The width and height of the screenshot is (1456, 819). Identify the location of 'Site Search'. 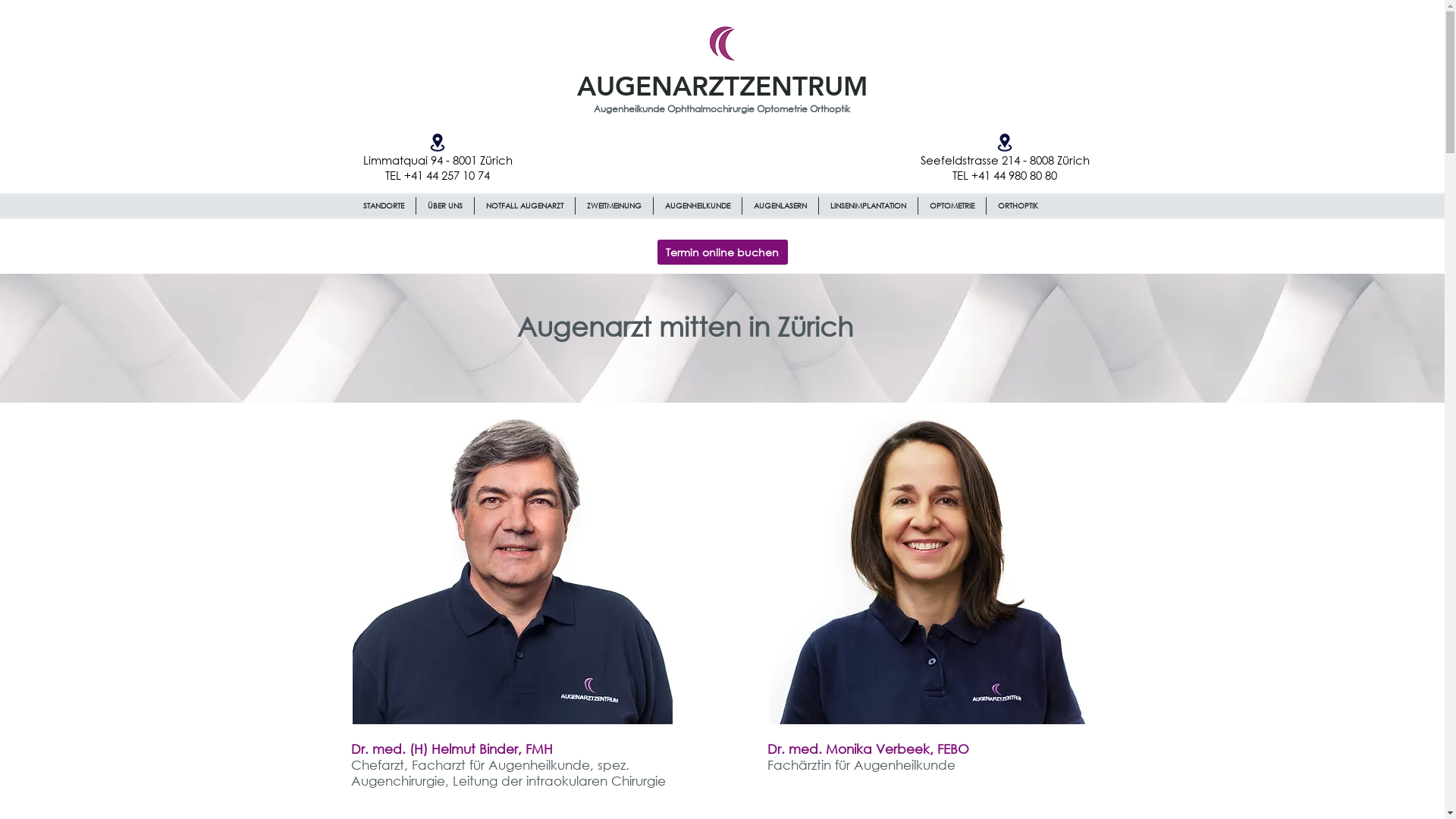
(1004, 239).